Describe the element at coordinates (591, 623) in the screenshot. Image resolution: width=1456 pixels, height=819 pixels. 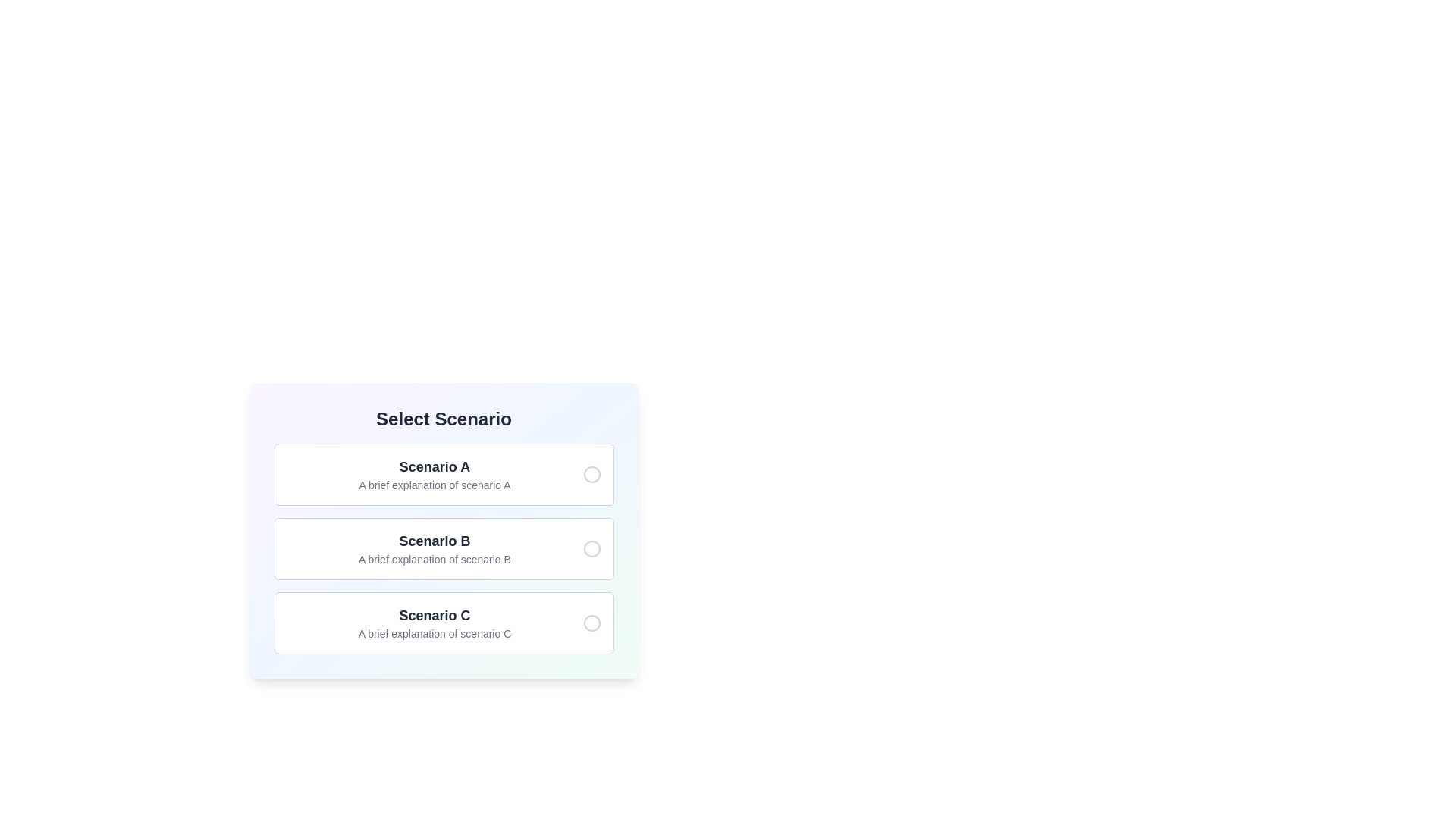
I see `the radio button for 'Scenario C'` at that location.